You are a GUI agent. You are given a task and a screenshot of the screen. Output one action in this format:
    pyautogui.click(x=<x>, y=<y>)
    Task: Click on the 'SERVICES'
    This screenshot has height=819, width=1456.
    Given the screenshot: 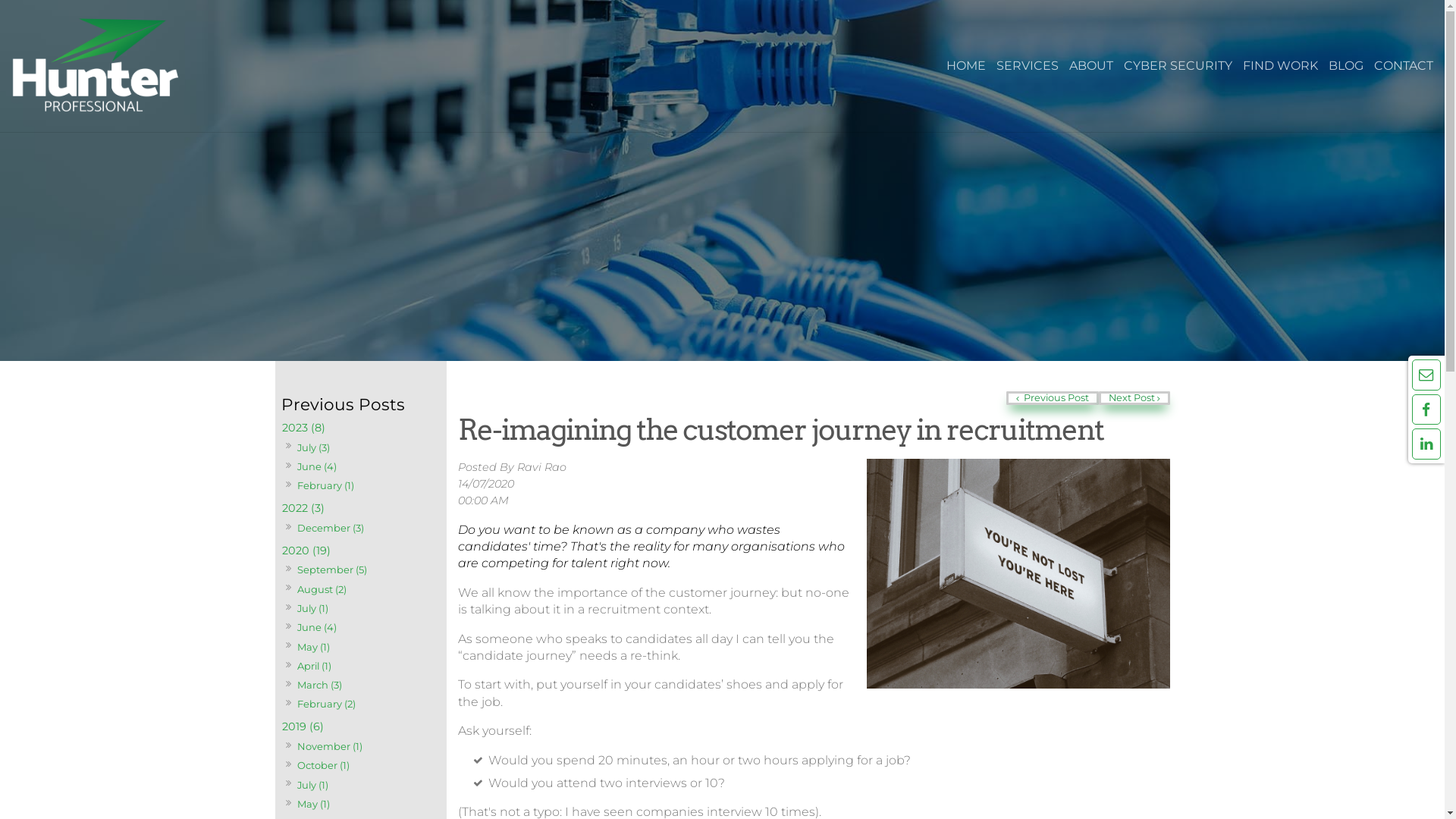 What is the action you would take?
    pyautogui.click(x=1027, y=65)
    